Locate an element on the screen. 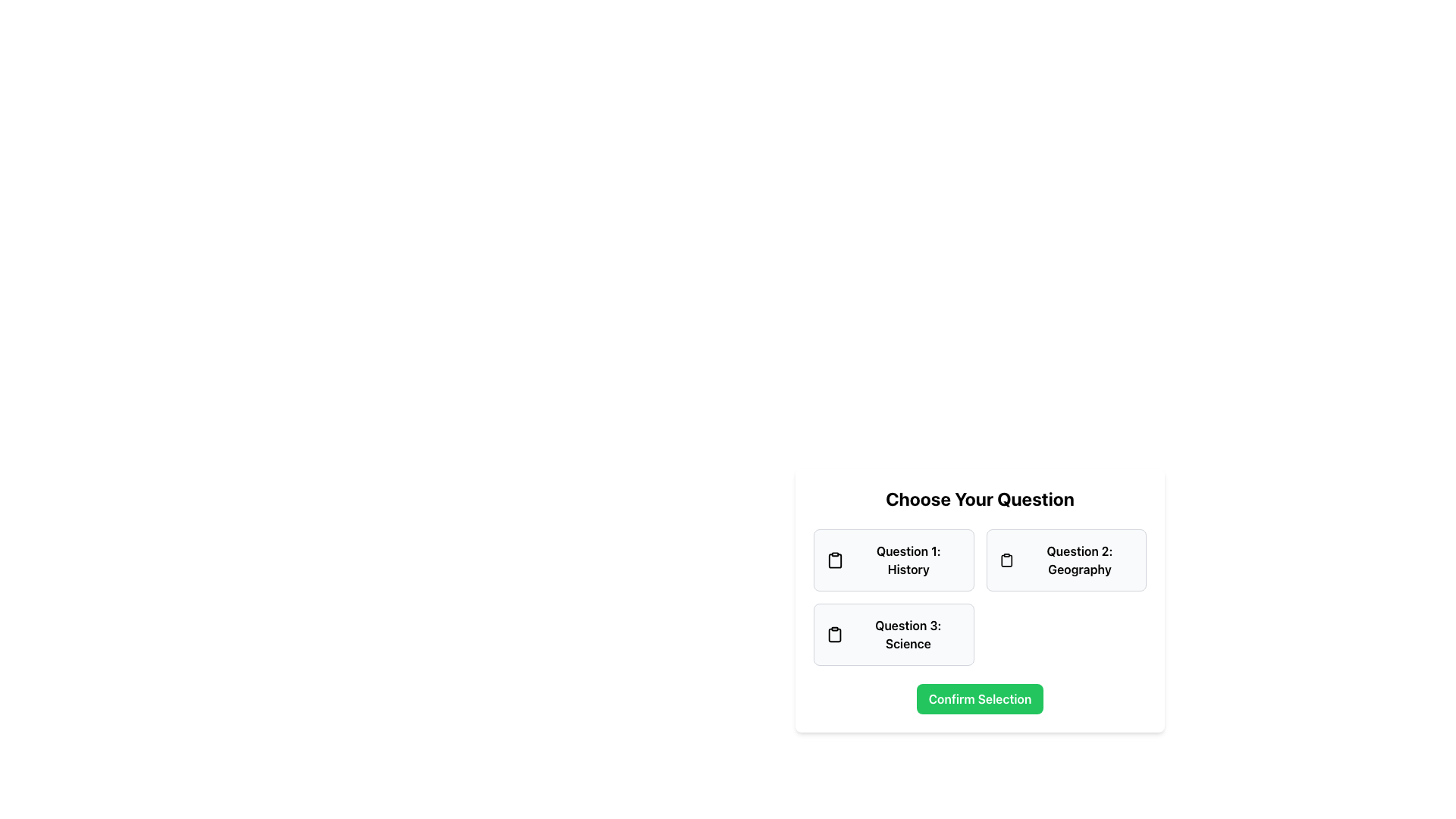  the selectable card that represents 'Question 1: History' in the grid layout of options titled 'Choose Your Question' is located at coordinates (893, 560).